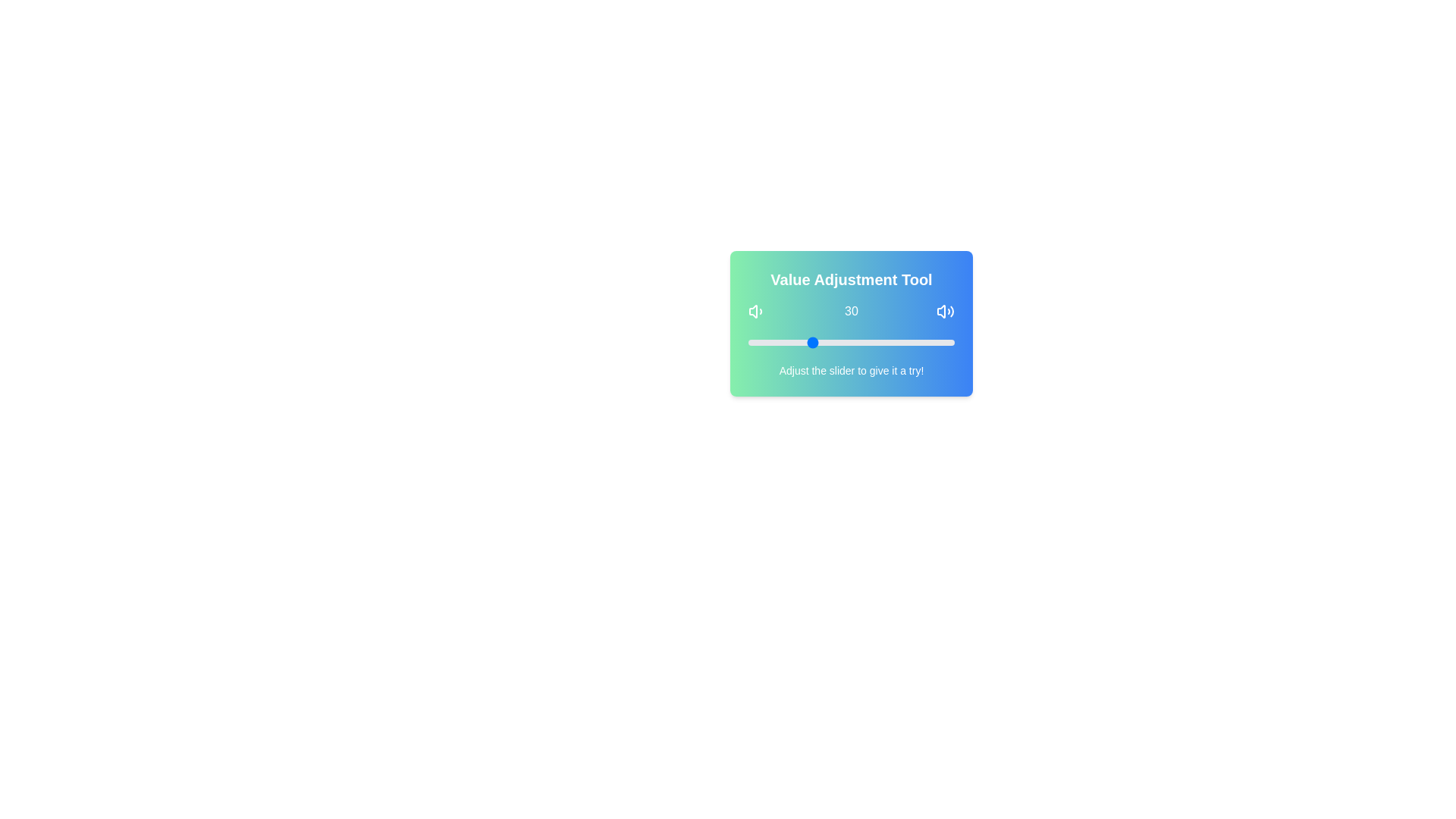 This screenshot has width=1456, height=819. Describe the element at coordinates (935, 342) in the screenshot. I see `the slider` at that location.